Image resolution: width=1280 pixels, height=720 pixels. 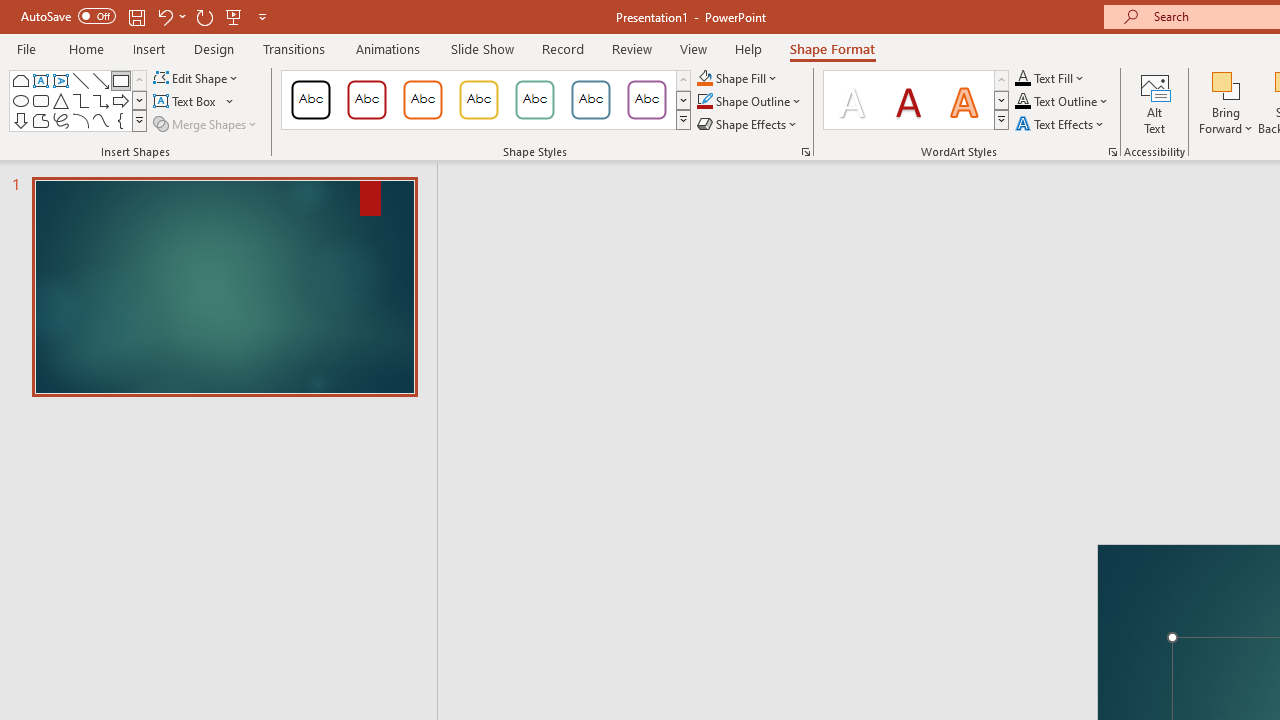 What do you see at coordinates (907, 100) in the screenshot?
I see `'Fill: Dark Red, Accent color 1; Shadow'` at bounding box center [907, 100].